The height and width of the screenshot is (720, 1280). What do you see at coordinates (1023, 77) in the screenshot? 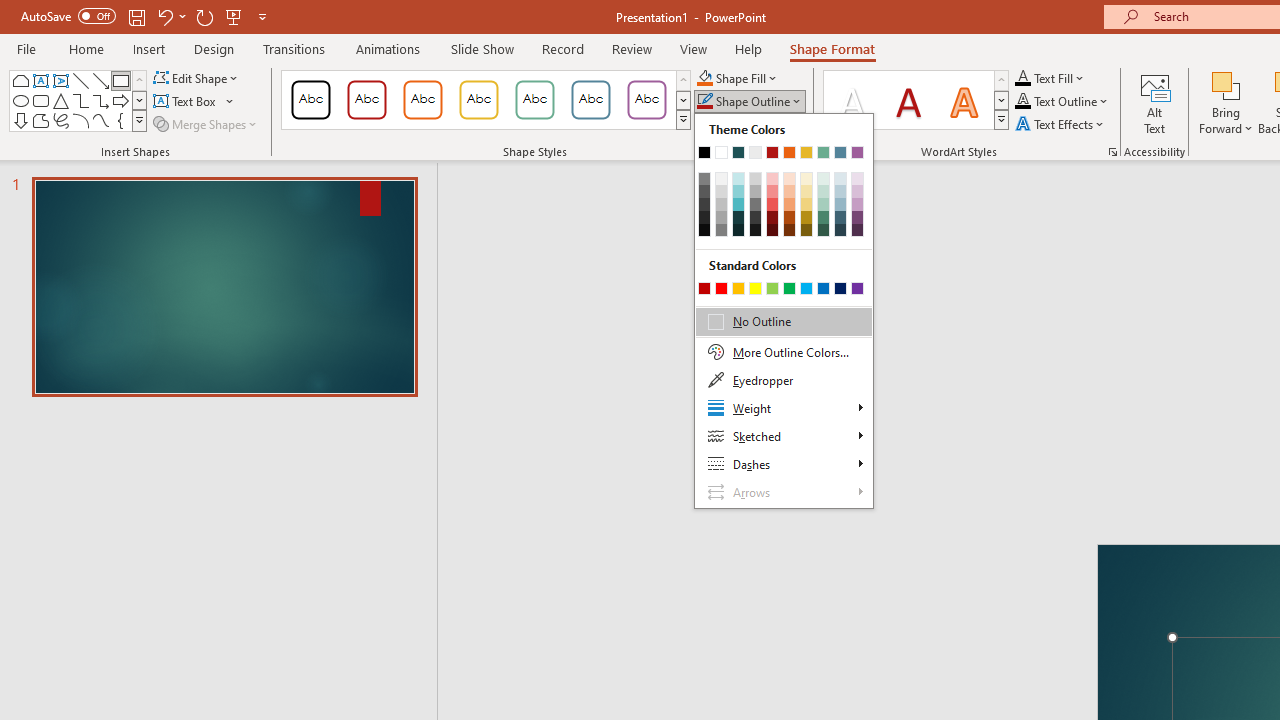
I see `'Text Fill RGB(0, 0, 0)'` at bounding box center [1023, 77].